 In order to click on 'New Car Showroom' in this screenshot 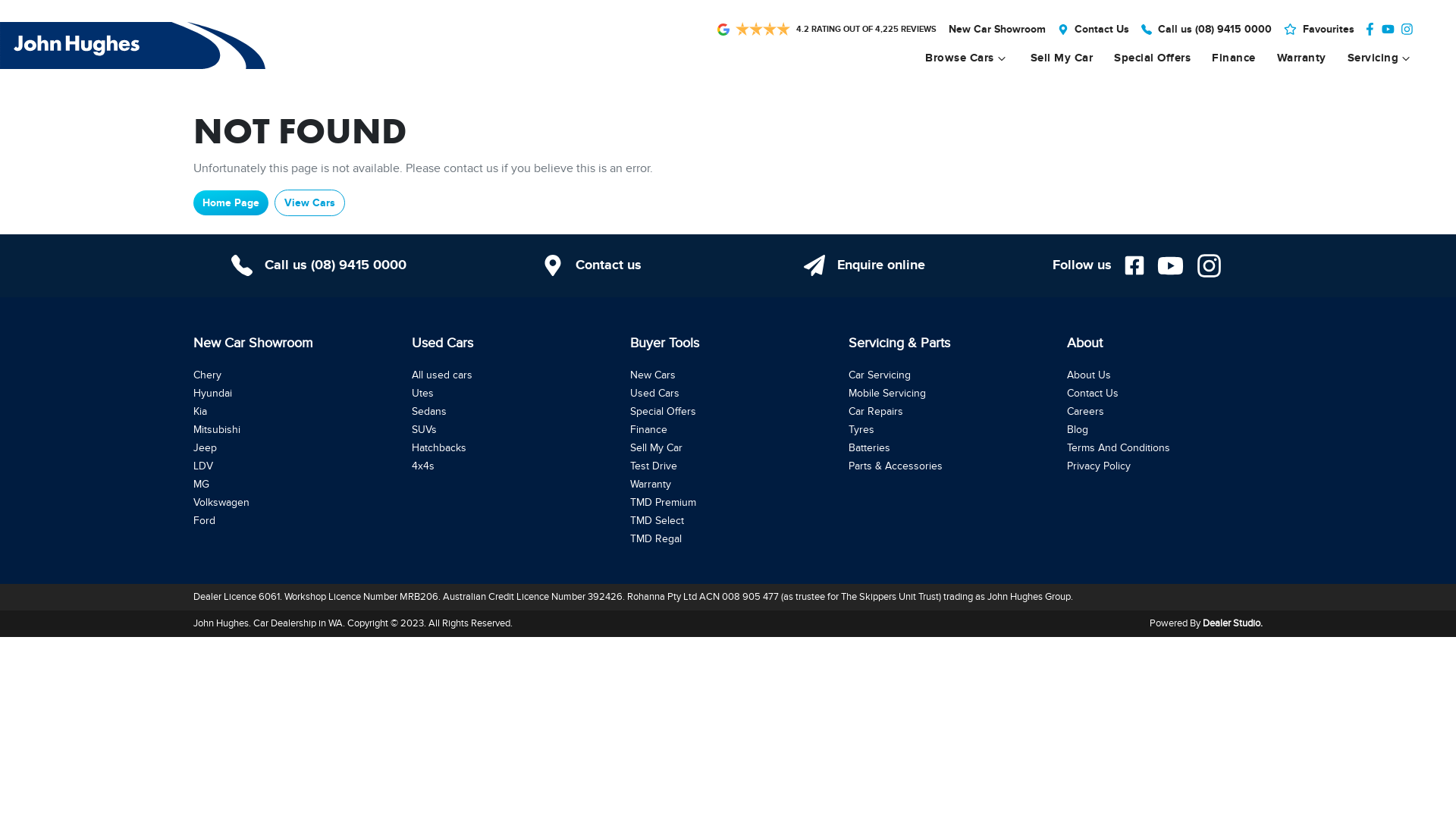, I will do `click(997, 29)`.